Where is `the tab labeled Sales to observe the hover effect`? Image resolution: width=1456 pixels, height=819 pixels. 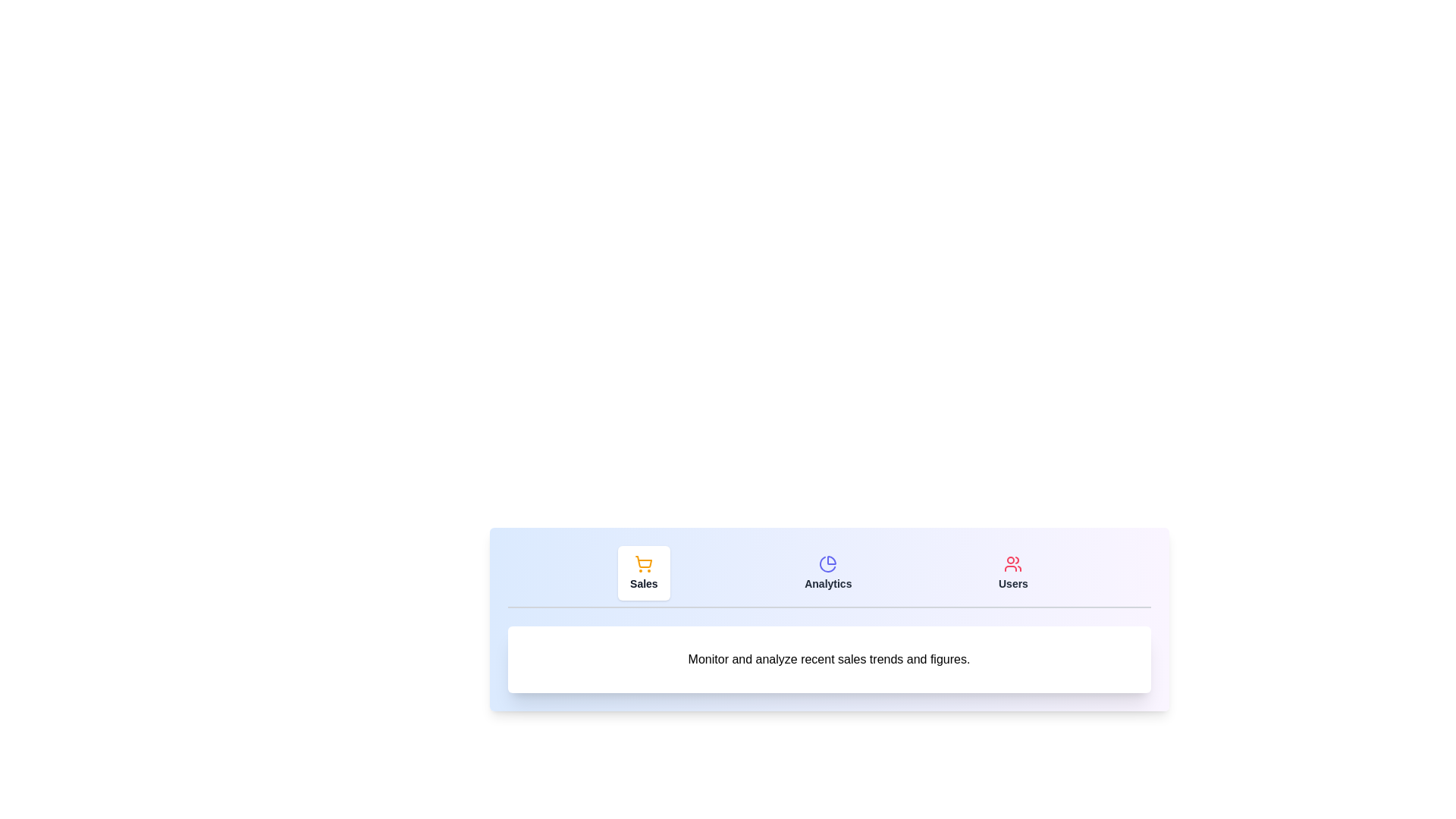
the tab labeled Sales to observe the hover effect is located at coordinates (644, 573).